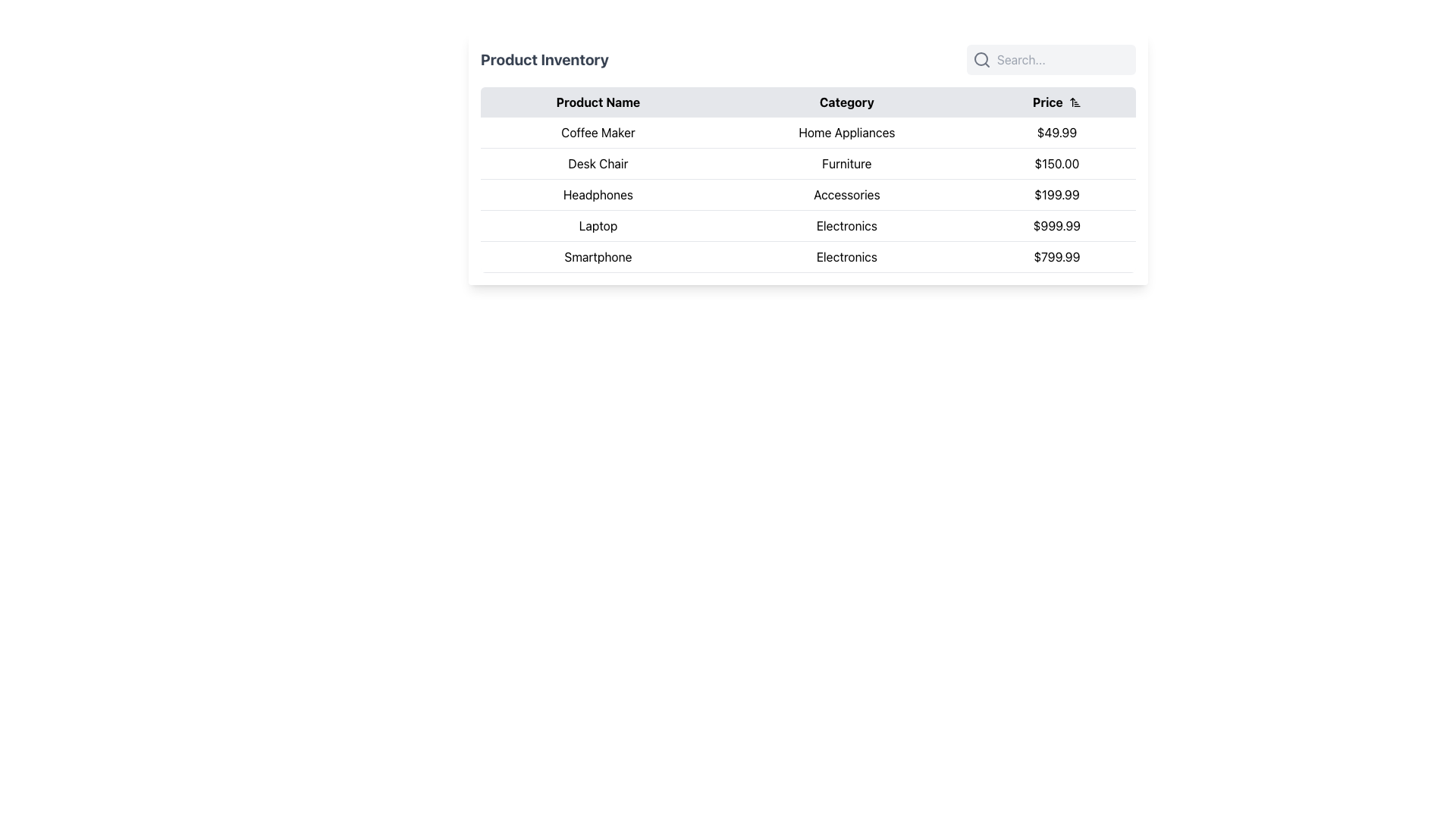 This screenshot has width=1456, height=819. Describe the element at coordinates (597, 102) in the screenshot. I see `the 'Product Name' header label in the first column of the table` at that location.